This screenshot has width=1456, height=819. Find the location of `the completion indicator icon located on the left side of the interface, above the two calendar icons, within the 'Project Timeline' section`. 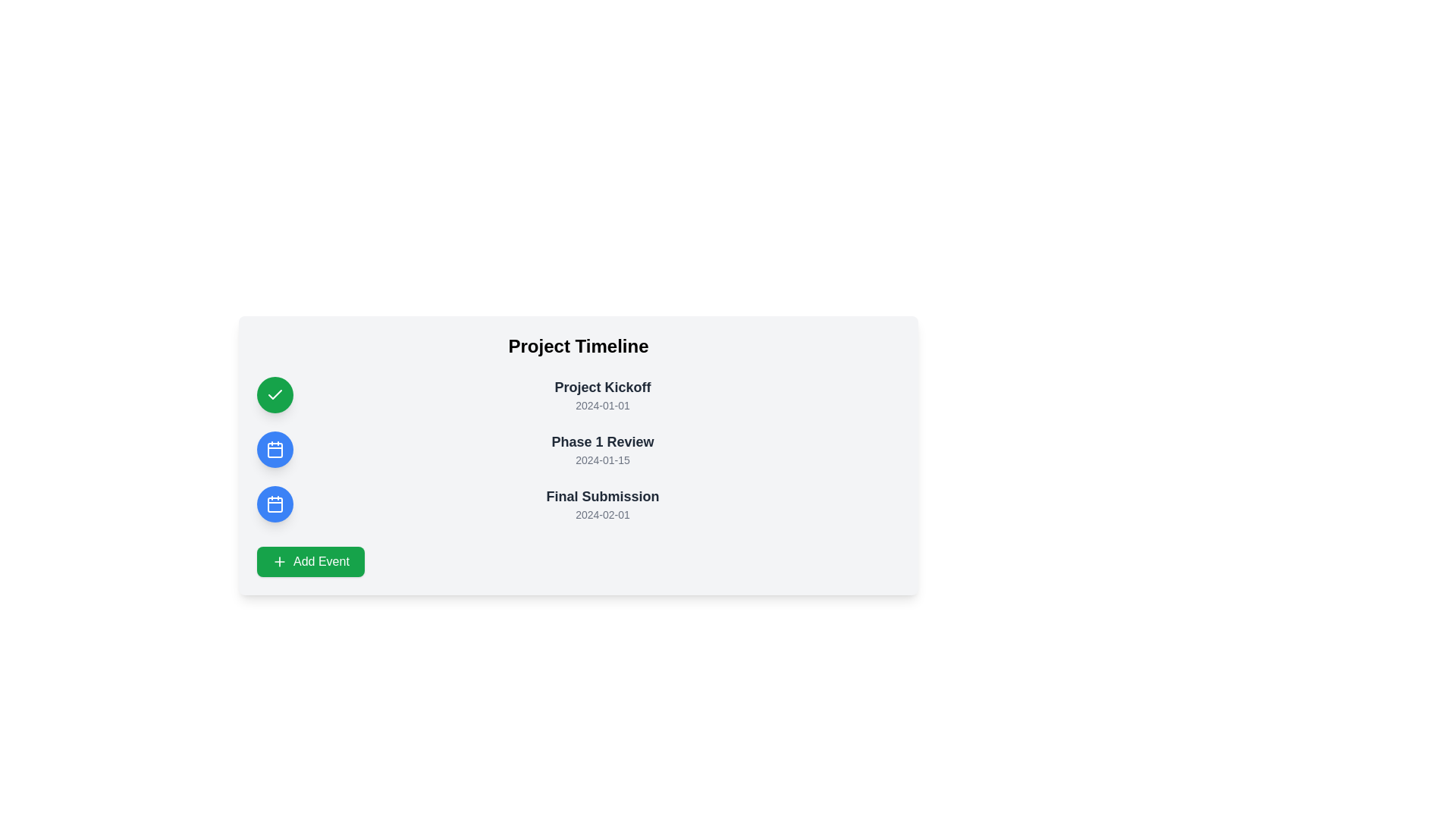

the completion indicator icon located on the left side of the interface, above the two calendar icons, within the 'Project Timeline' section is located at coordinates (275, 394).